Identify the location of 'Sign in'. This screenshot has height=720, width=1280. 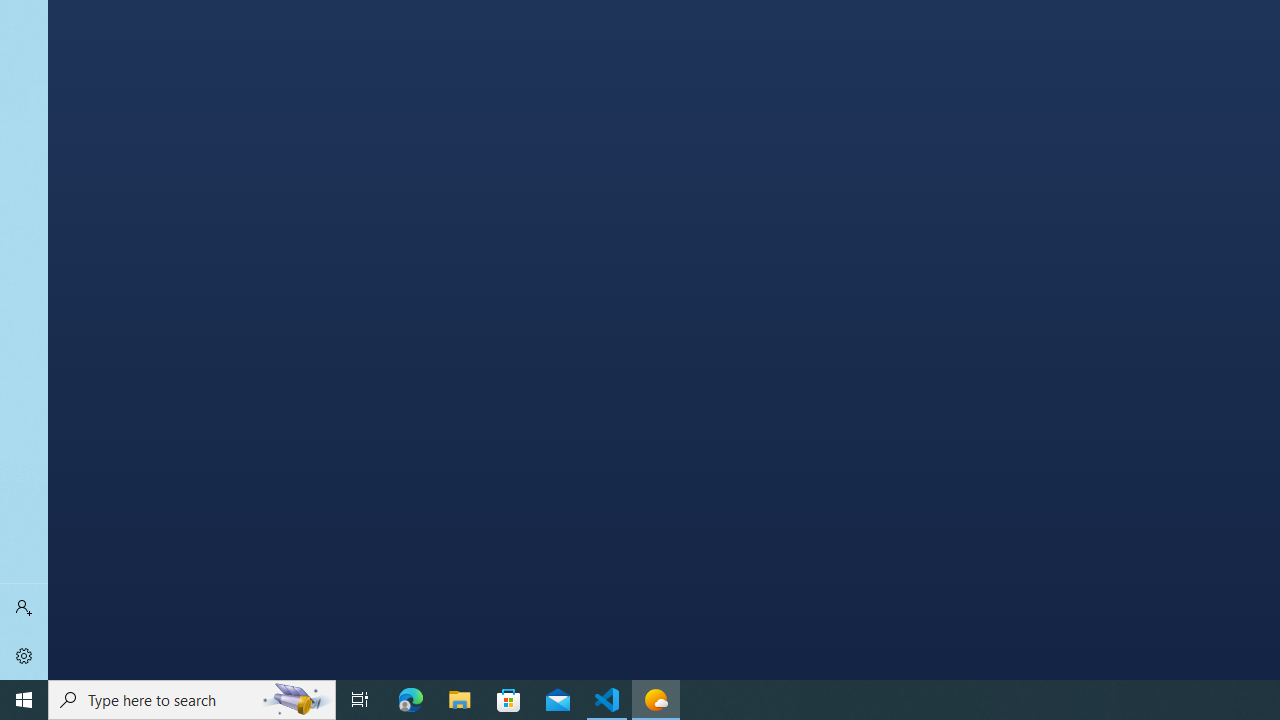
(24, 607).